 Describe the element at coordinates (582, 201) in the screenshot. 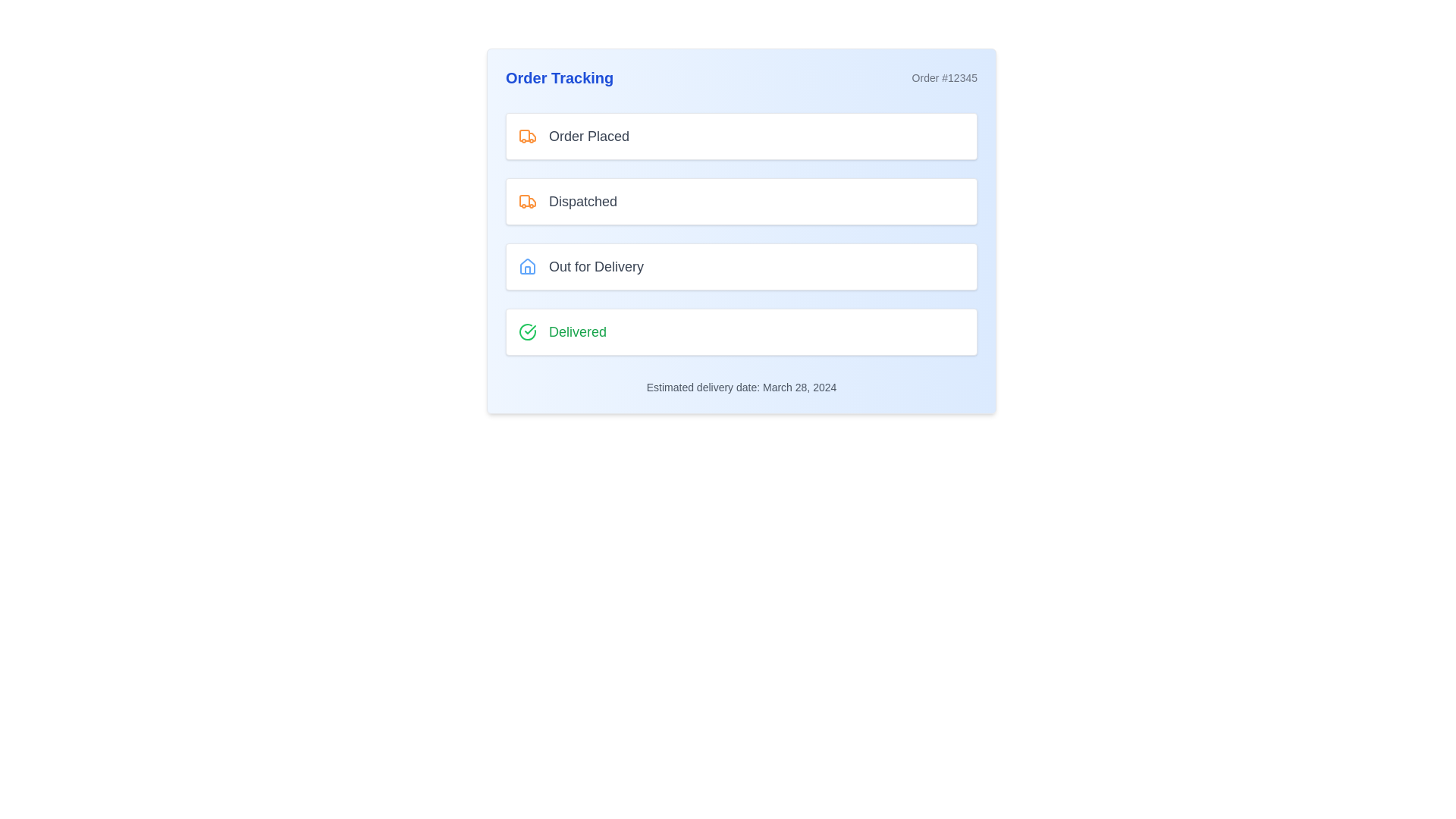

I see `the 'Dispatched' text label, which is styled with a bold gray font and aligned next to an orange truck icon in the second rectangular box of a vertically aligned list` at that location.